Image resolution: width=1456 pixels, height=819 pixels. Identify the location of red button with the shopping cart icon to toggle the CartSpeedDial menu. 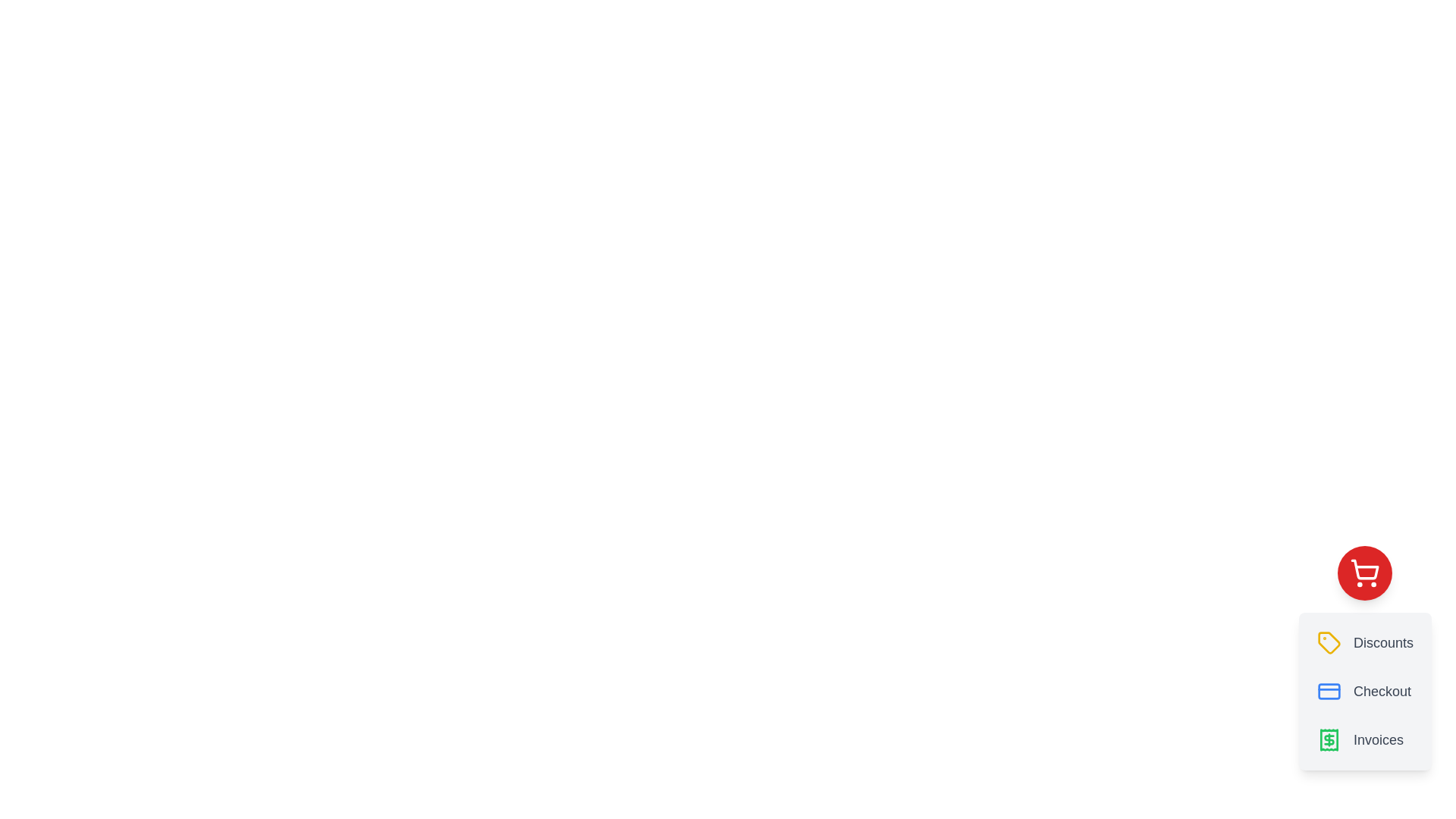
(1365, 573).